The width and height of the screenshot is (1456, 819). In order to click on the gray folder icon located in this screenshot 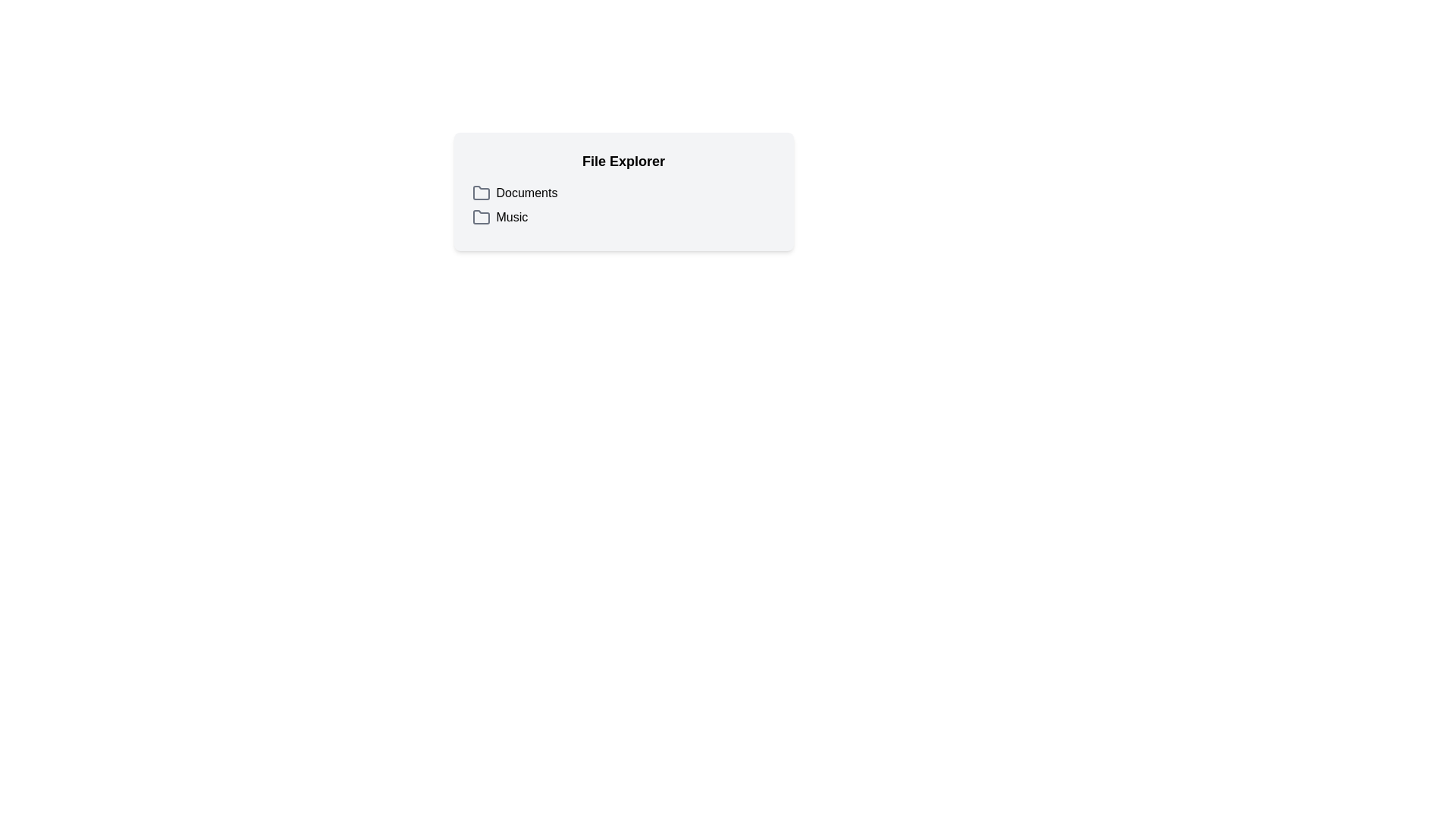, I will do `click(480, 217)`.